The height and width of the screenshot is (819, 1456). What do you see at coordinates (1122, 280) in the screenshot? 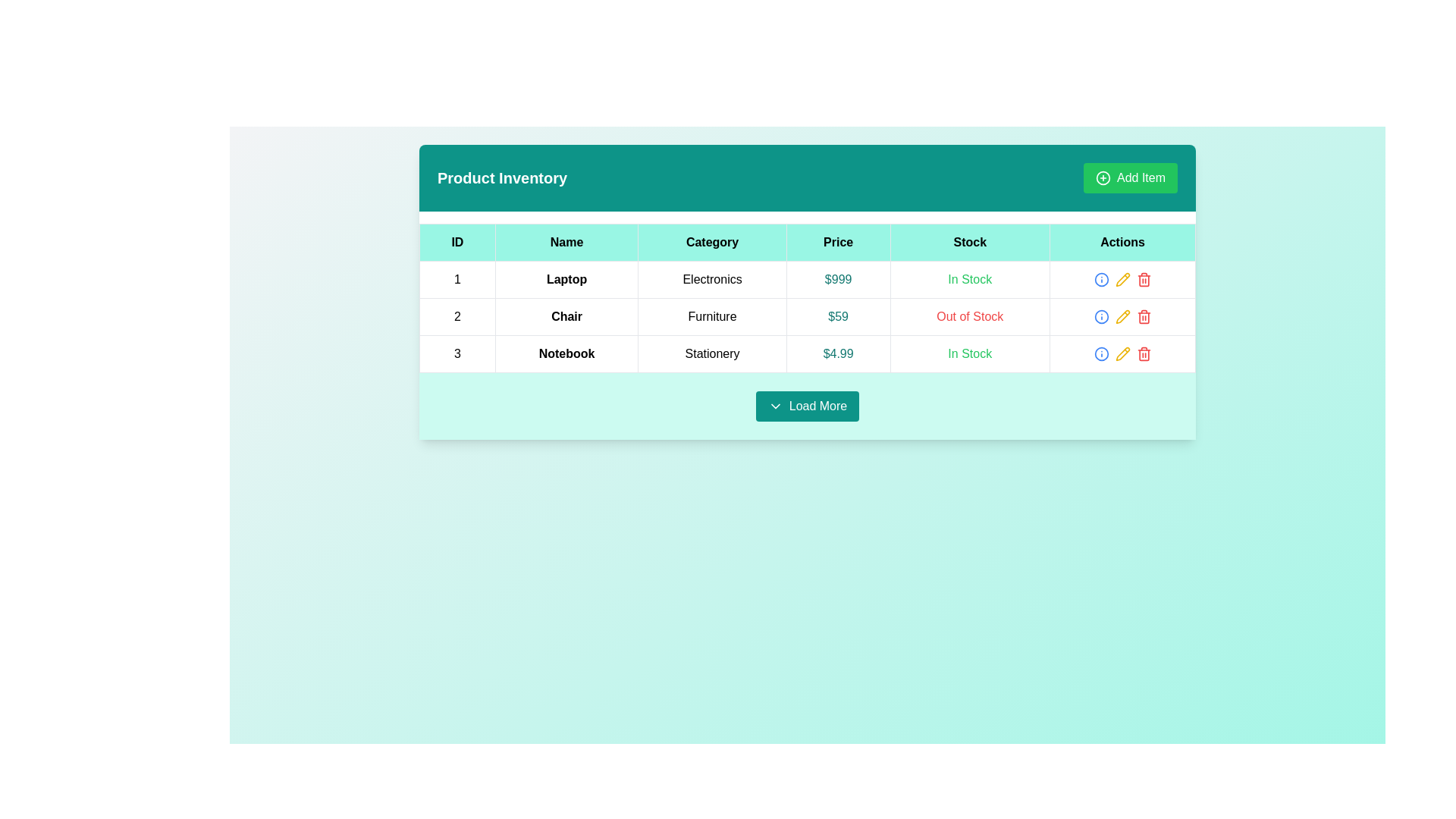
I see `the yellow pencil icon in the 'Actions' column of the product inventory table to initiate edit mode` at bounding box center [1122, 280].